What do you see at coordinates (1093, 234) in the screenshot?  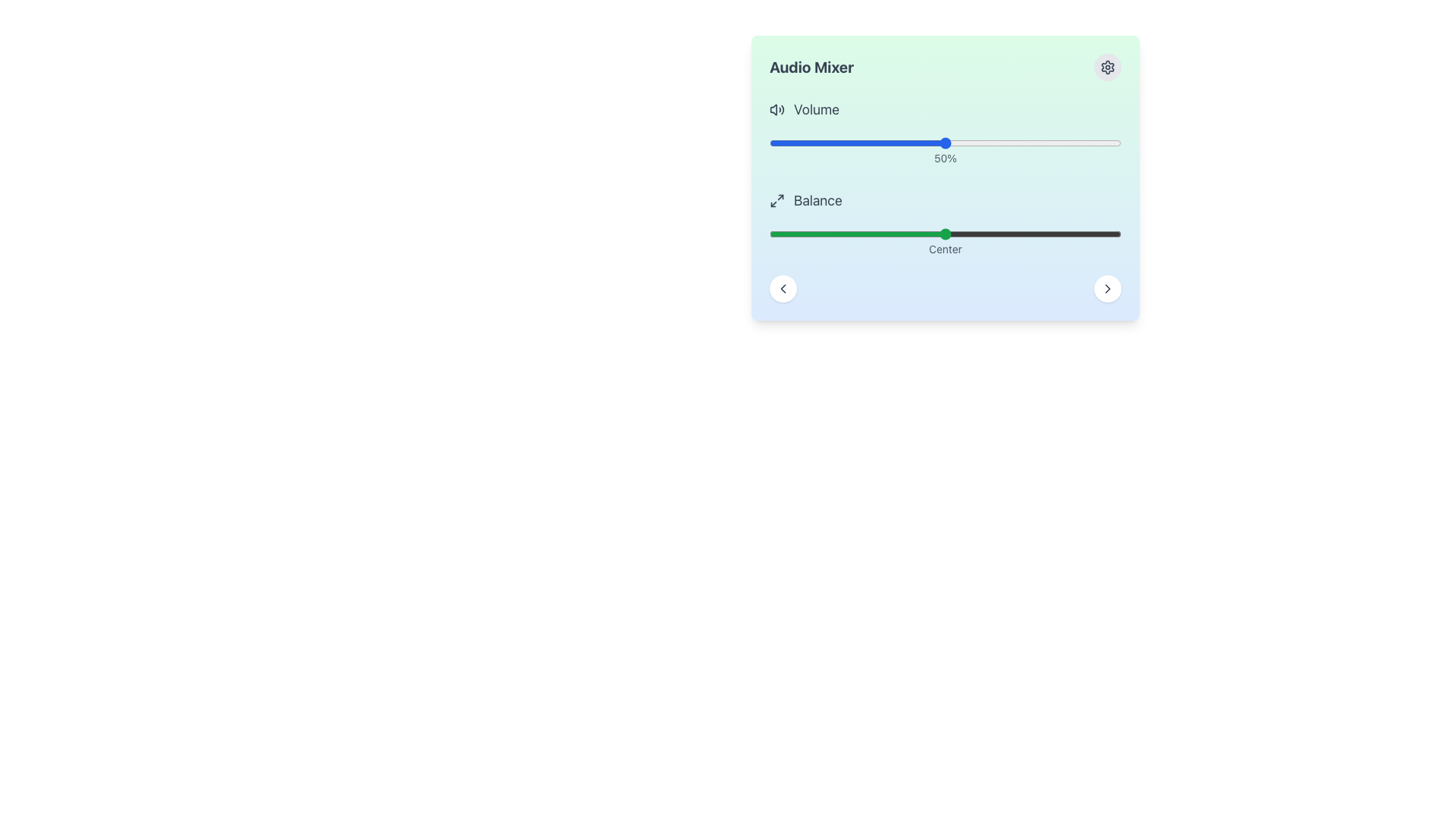 I see `balance` at bounding box center [1093, 234].